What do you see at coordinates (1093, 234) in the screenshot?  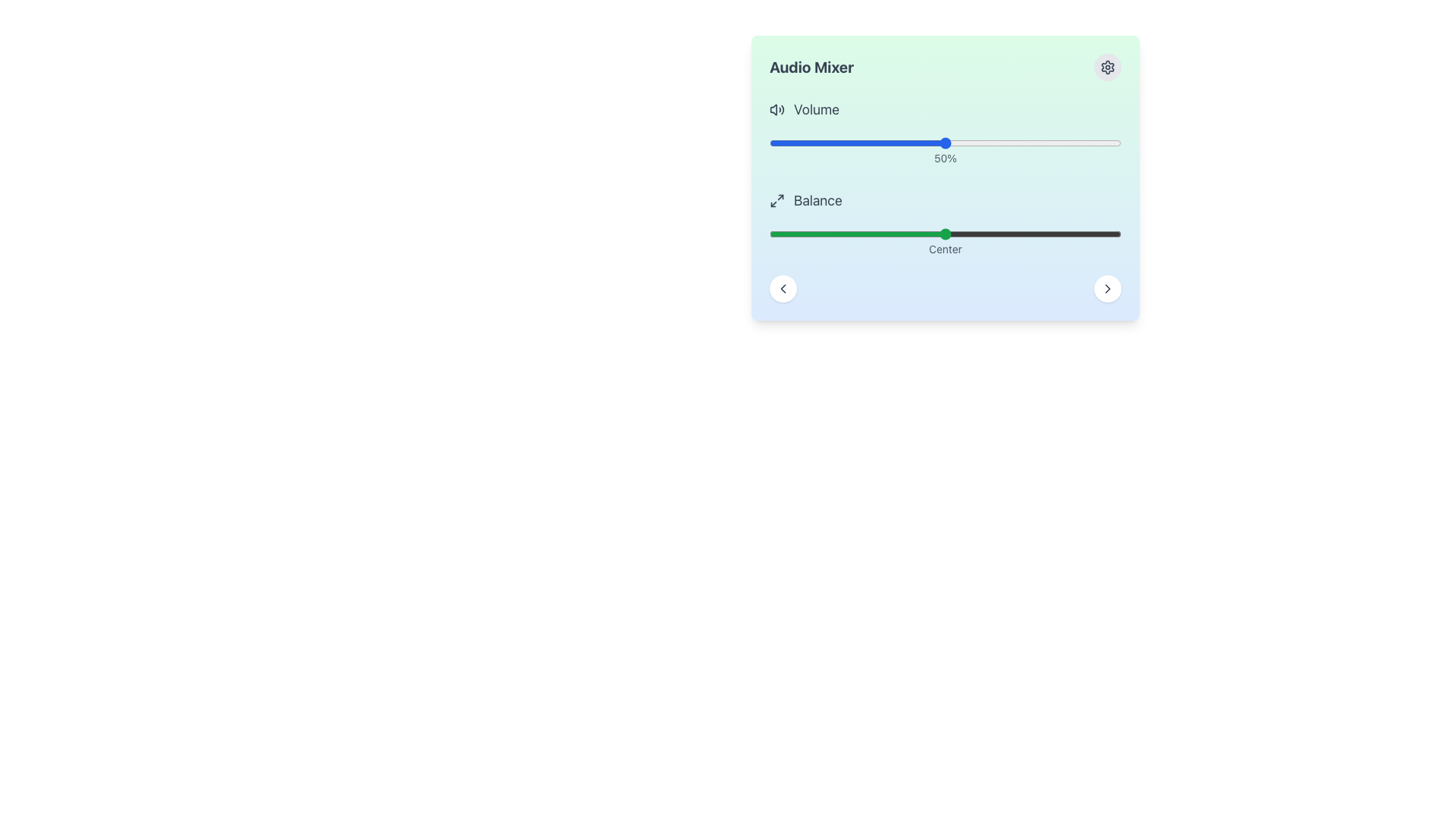 I see `balance` at bounding box center [1093, 234].